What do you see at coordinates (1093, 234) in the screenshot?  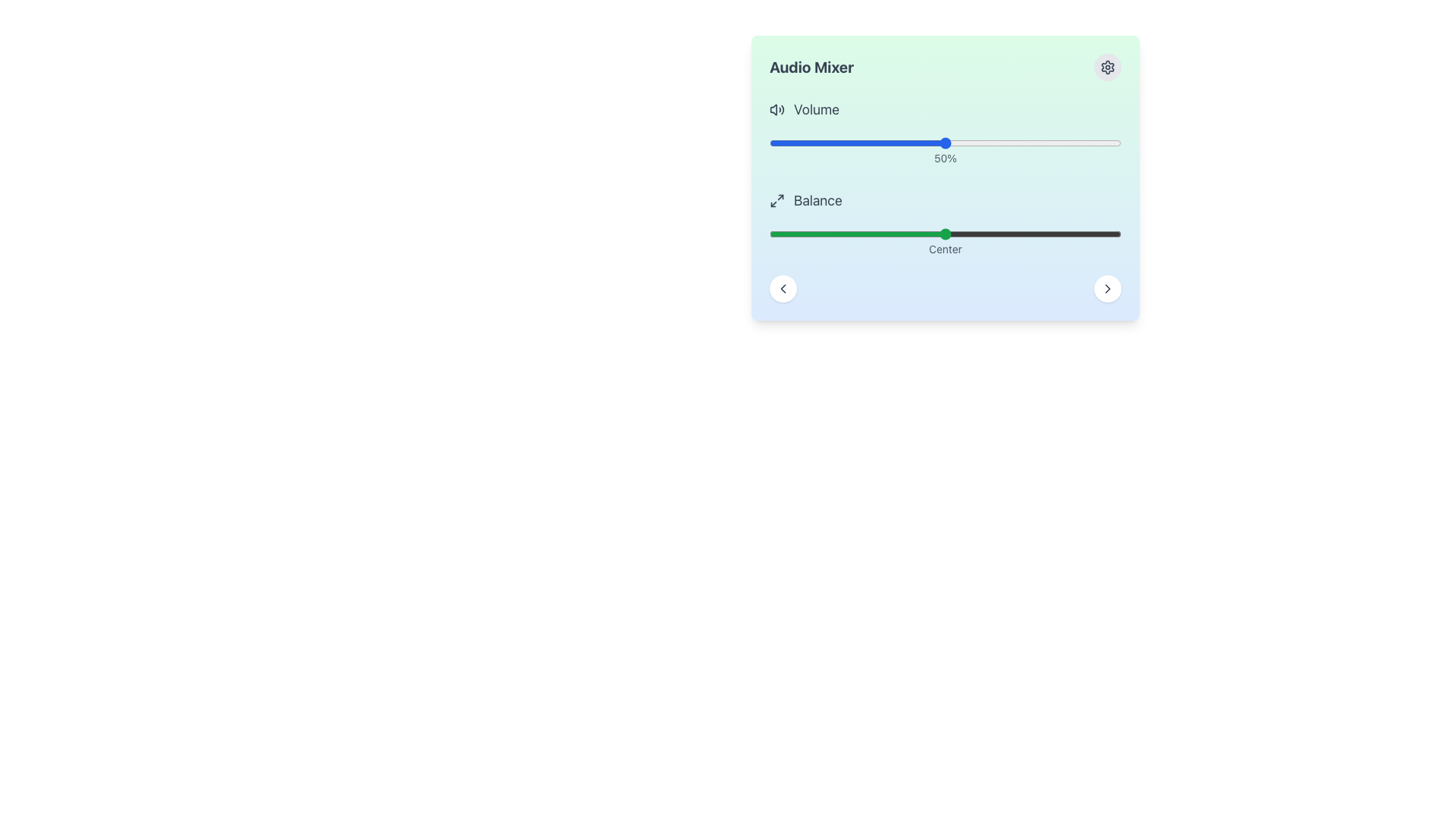 I see `balance` at bounding box center [1093, 234].